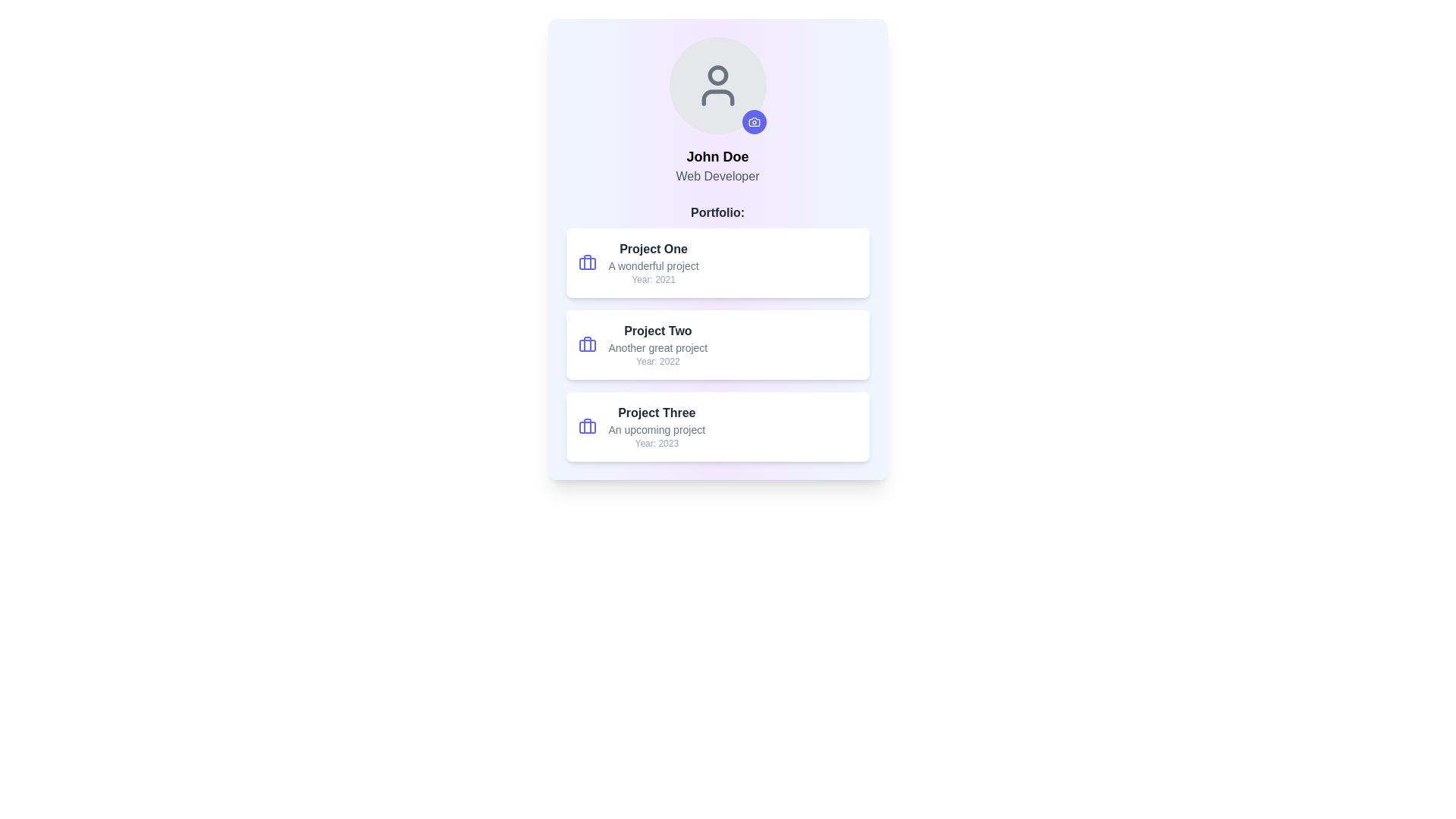  Describe the element at coordinates (654, 265) in the screenshot. I see `the text label displaying 'A wonderful project', which is styled in small gray font and positioned below the title 'Project One' in a card layout` at that location.